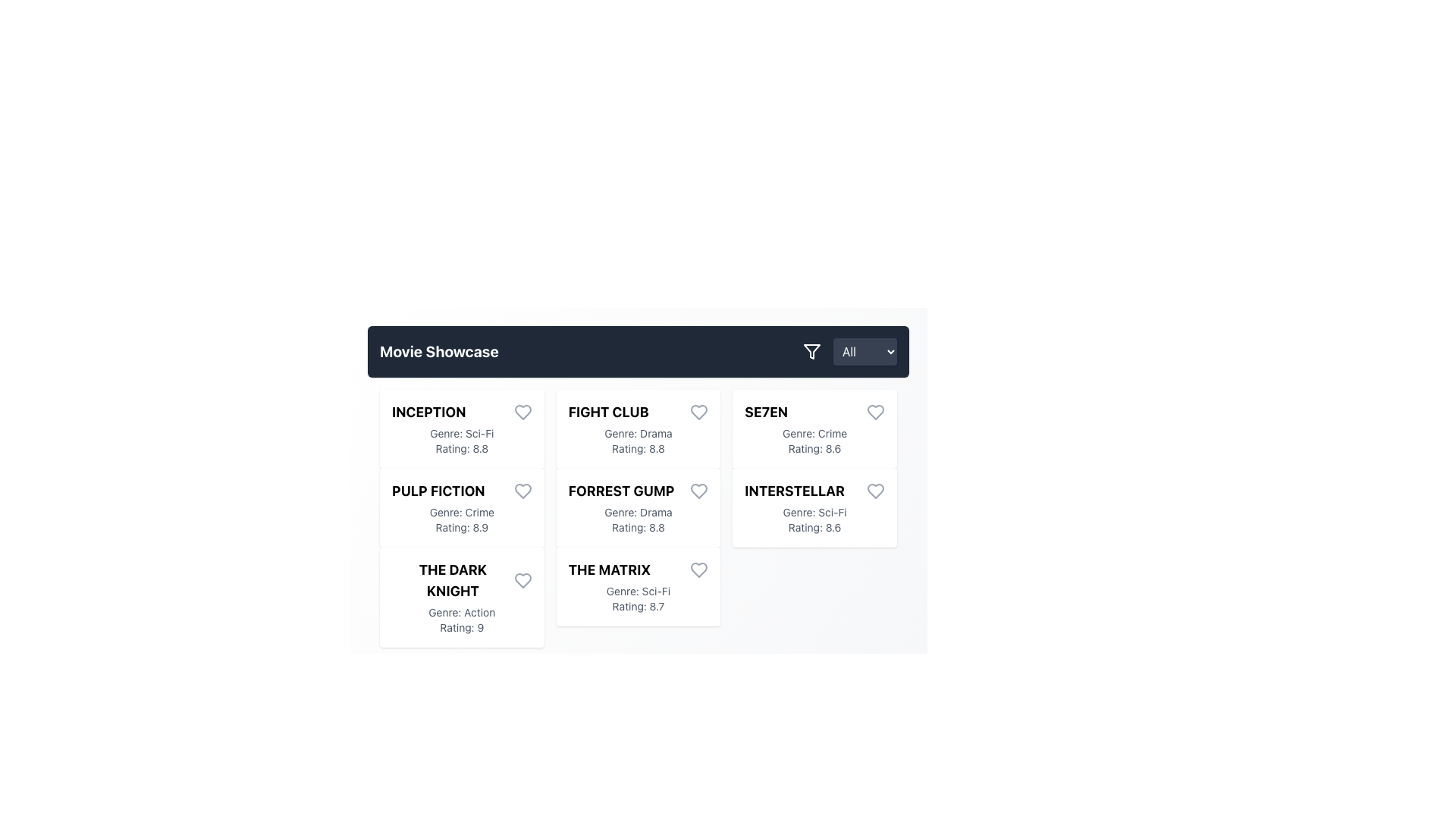  Describe the element at coordinates (794, 491) in the screenshot. I see `the text label styled as a headline displaying 'Interstellar', located in the bottom-right content card of the grid layout, positioned below the SE7EN card and to the right of the FORREST GUMP card` at that location.